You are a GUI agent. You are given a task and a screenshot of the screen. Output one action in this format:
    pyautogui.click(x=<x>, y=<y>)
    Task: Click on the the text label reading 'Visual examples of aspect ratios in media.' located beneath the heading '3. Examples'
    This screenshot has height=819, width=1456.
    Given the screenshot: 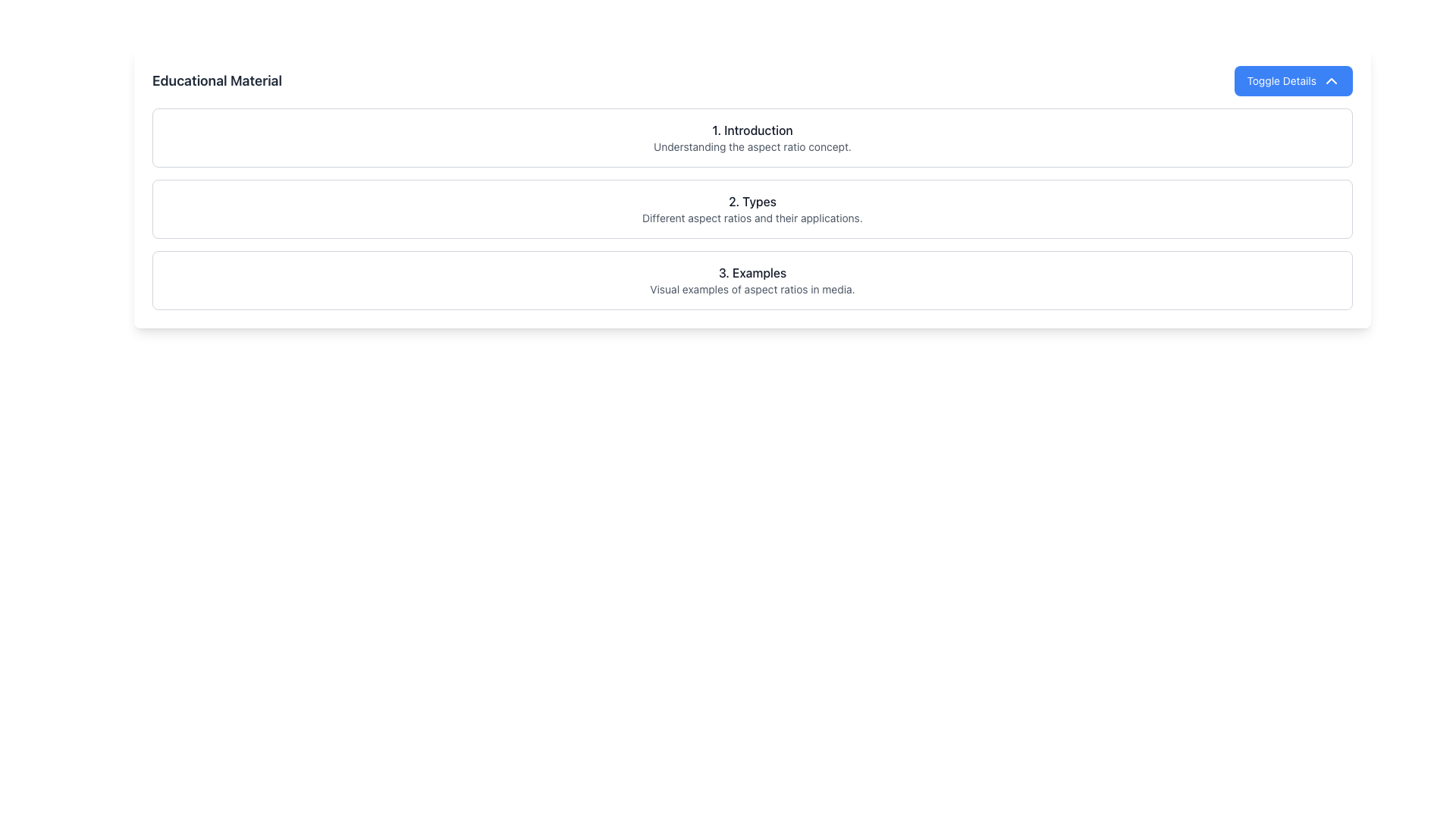 What is the action you would take?
    pyautogui.click(x=752, y=289)
    